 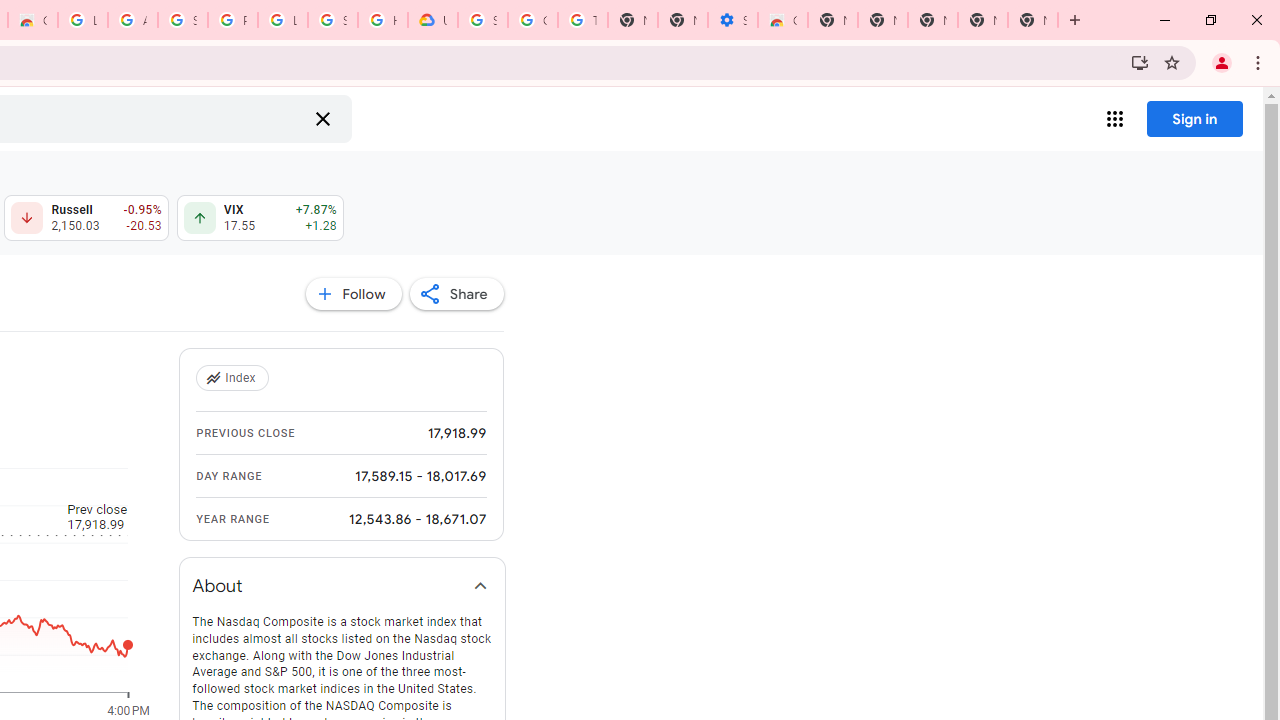 I want to click on 'About', so click(x=342, y=585).